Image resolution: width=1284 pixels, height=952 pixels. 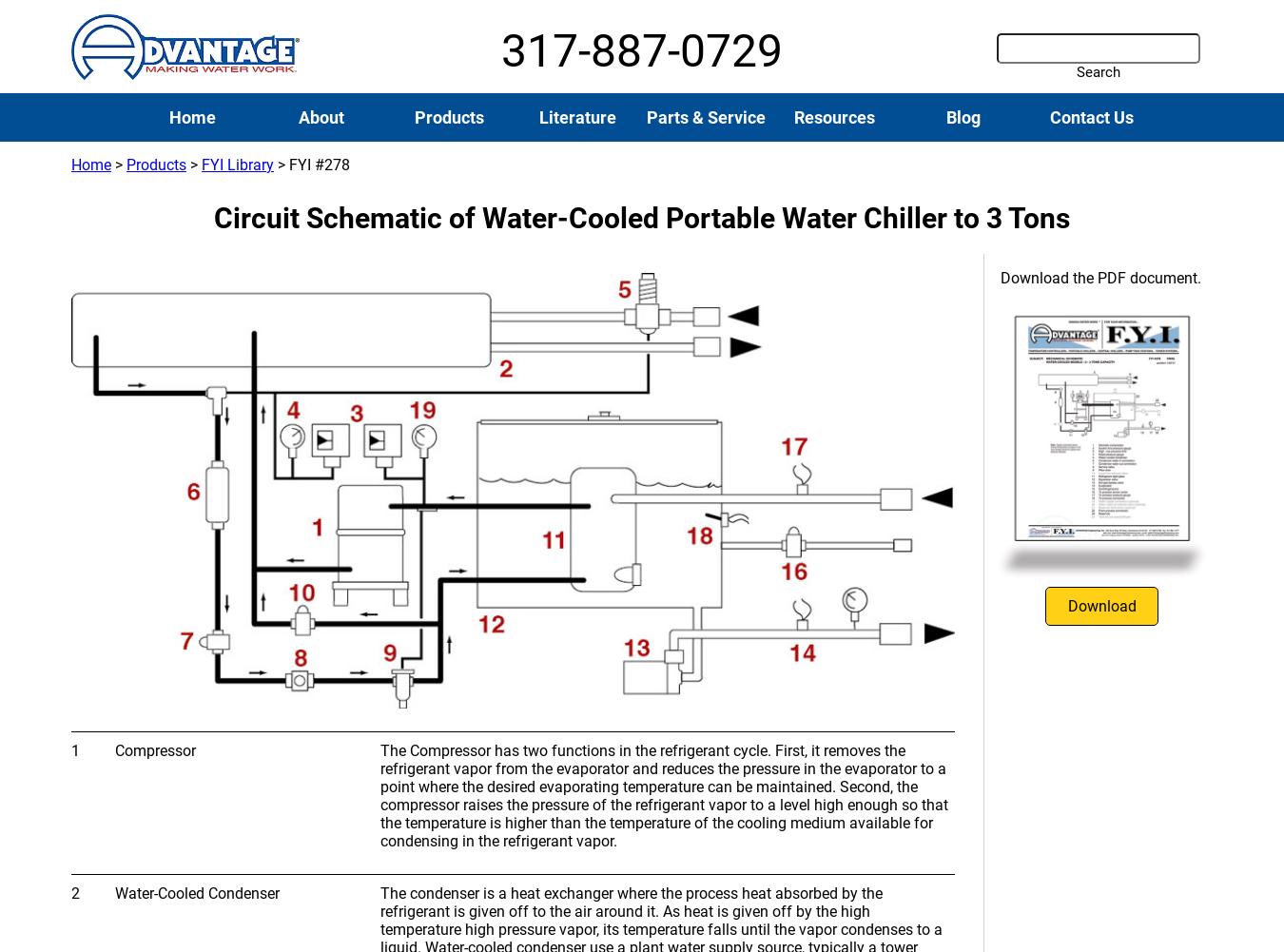 I want to click on '317-887-0729', so click(x=642, y=50).